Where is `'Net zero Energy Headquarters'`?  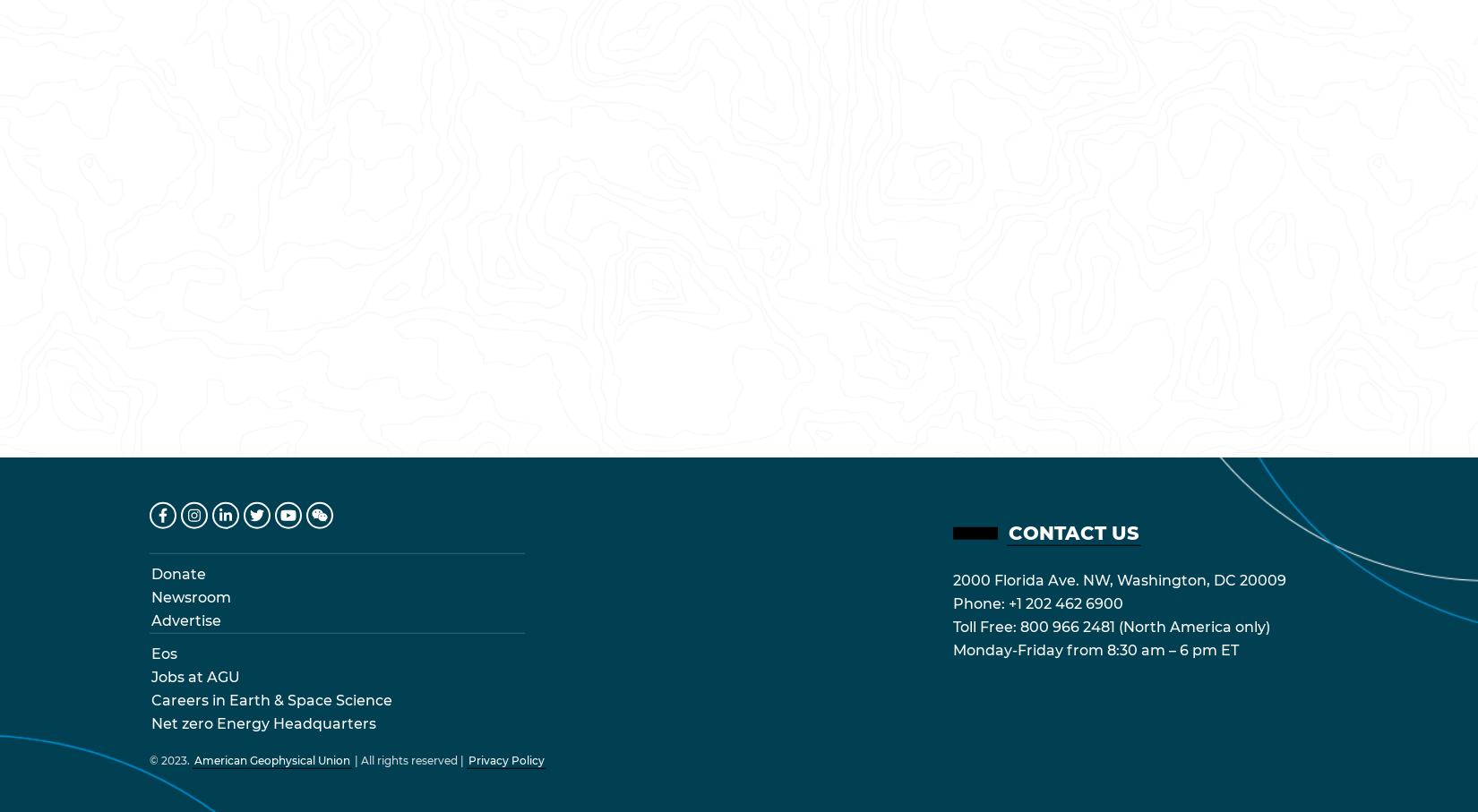
'Net zero Energy Headquarters' is located at coordinates (263, 722).